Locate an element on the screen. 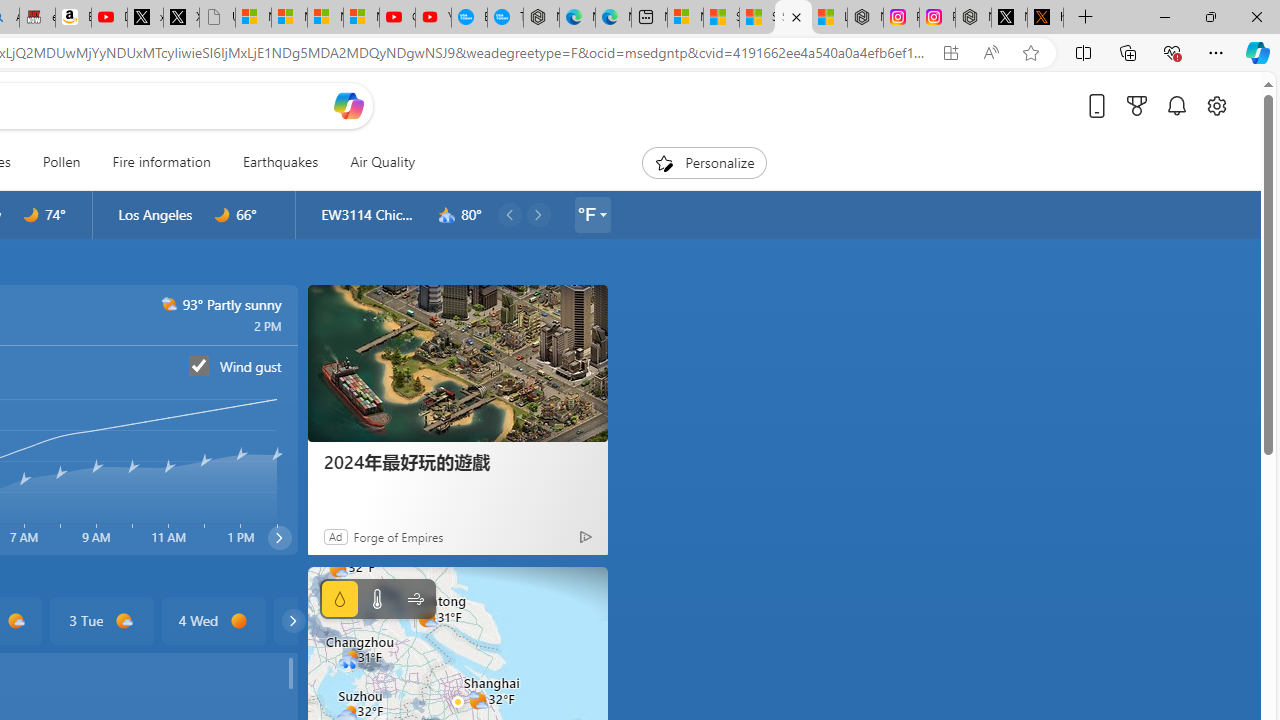 This screenshot has width=1280, height=720. 'To get missing image descriptions, open the context menu.' is located at coordinates (664, 161).